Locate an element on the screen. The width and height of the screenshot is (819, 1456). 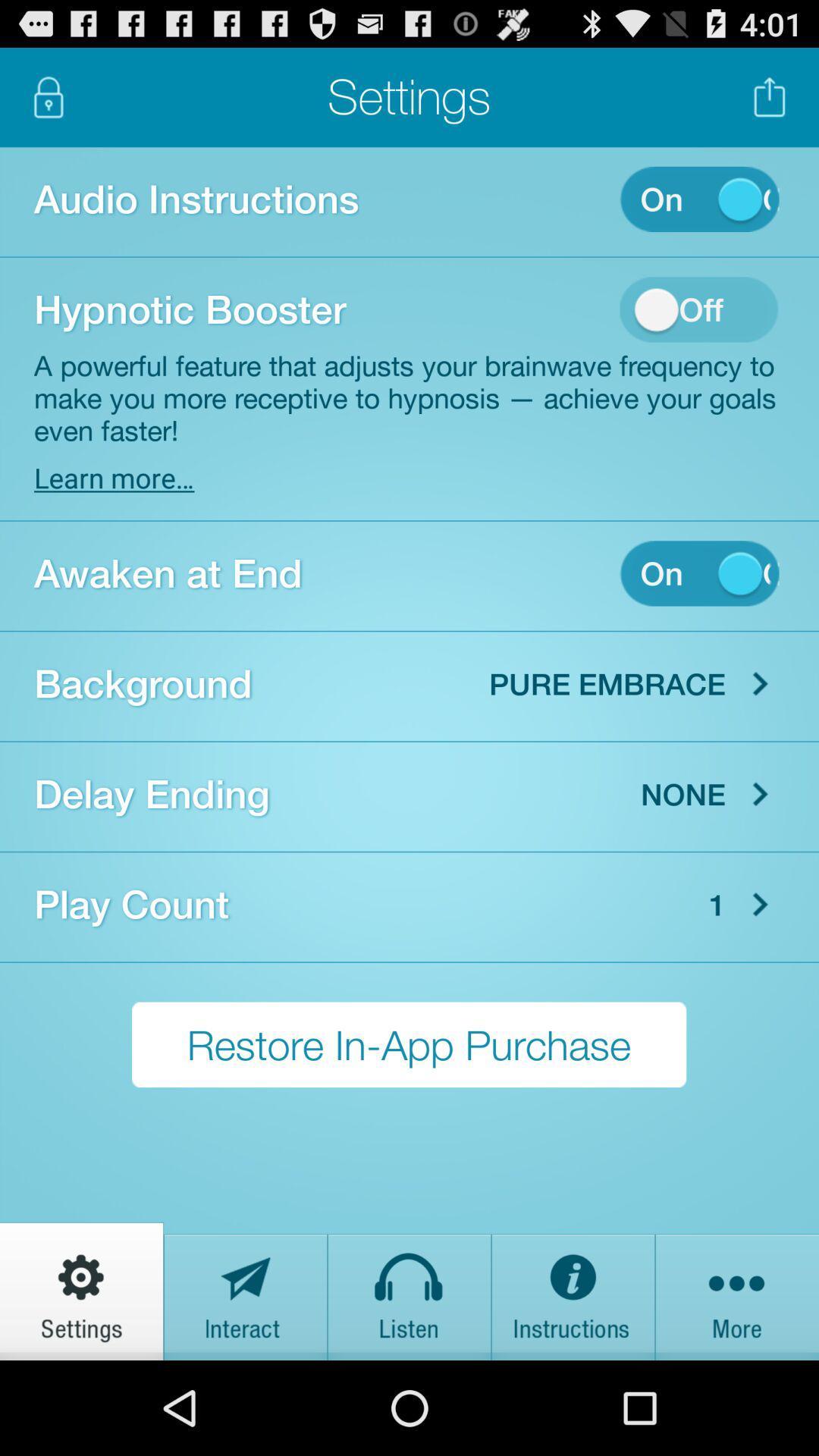
the button above more on the web page is located at coordinates (760, 905).